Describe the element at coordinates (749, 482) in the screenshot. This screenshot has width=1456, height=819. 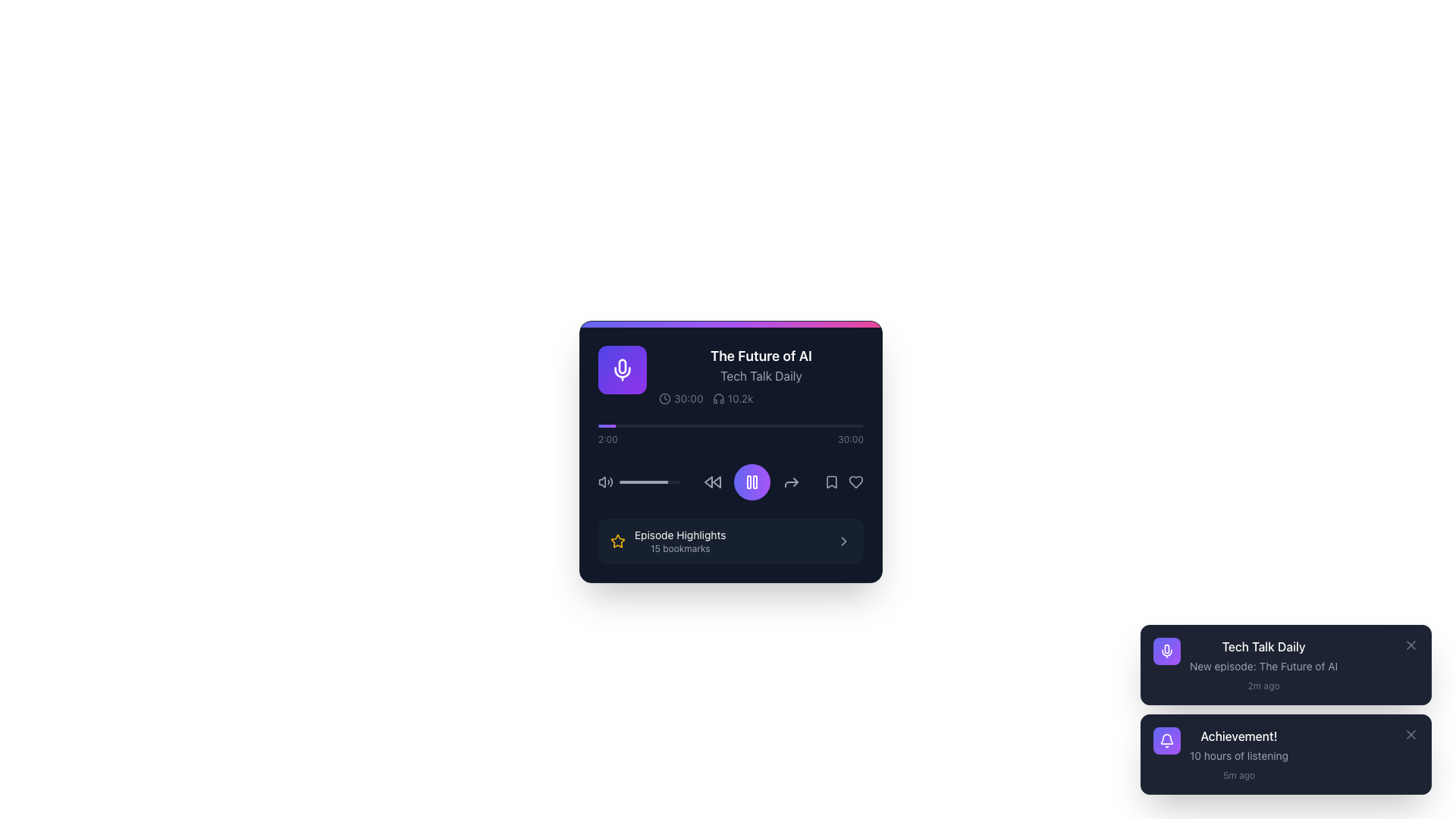
I see `the first vertical bar of the pause icon located within the circular button in the media control section` at that location.